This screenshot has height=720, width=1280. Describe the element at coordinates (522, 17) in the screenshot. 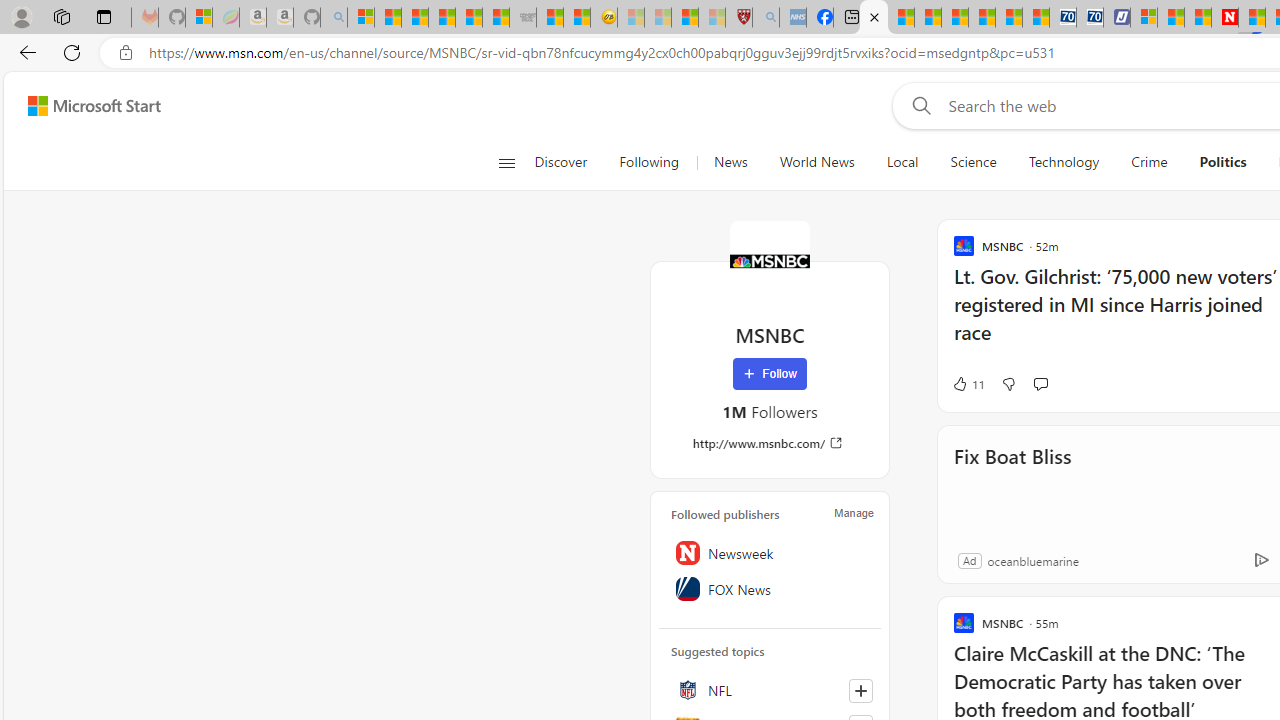

I see `'Combat Siege'` at that location.